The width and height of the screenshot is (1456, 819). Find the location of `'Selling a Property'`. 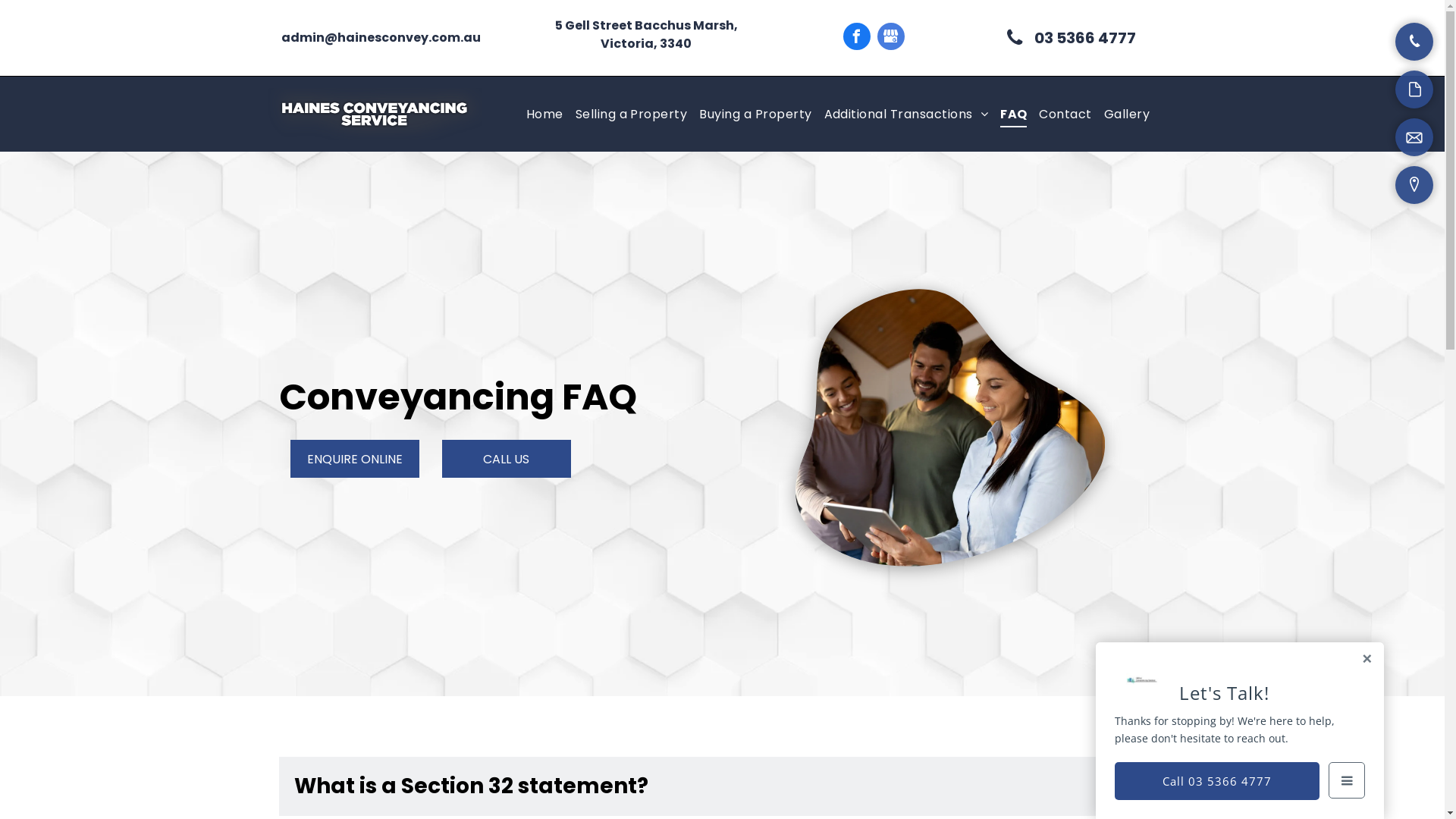

'Selling a Property' is located at coordinates (632, 113).